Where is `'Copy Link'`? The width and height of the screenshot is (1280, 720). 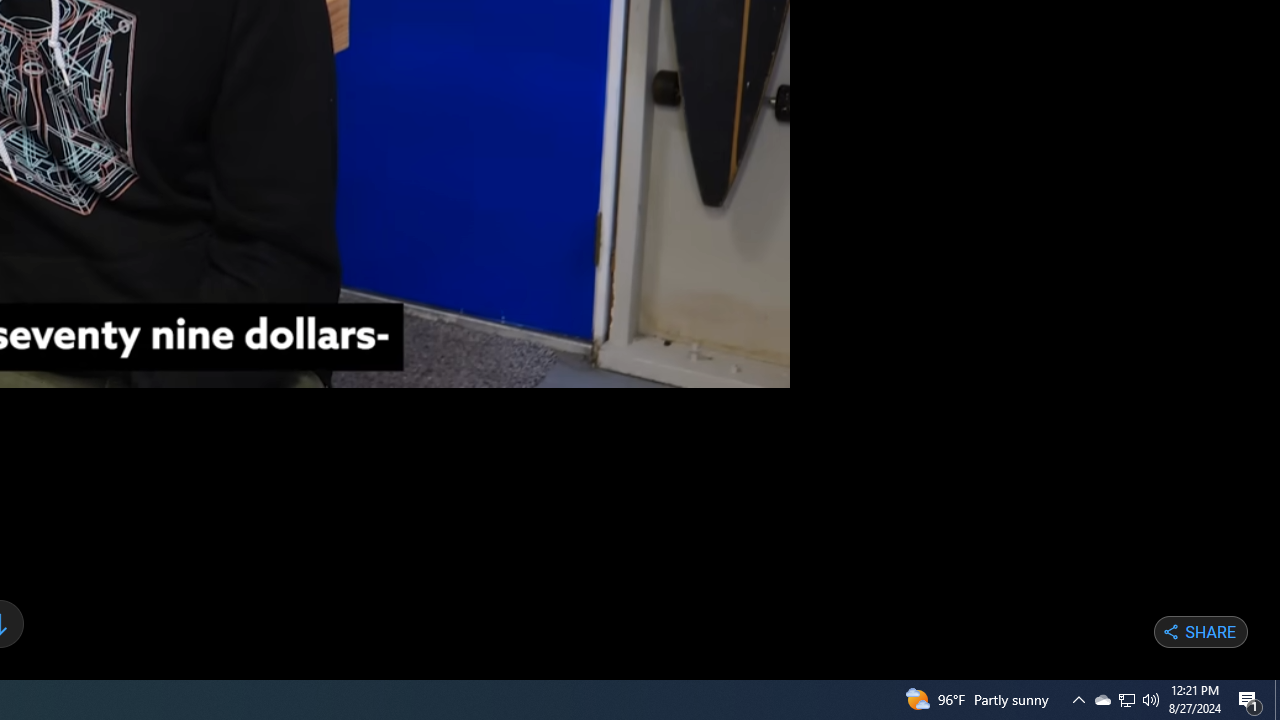 'Copy Link' is located at coordinates (1147, 631).